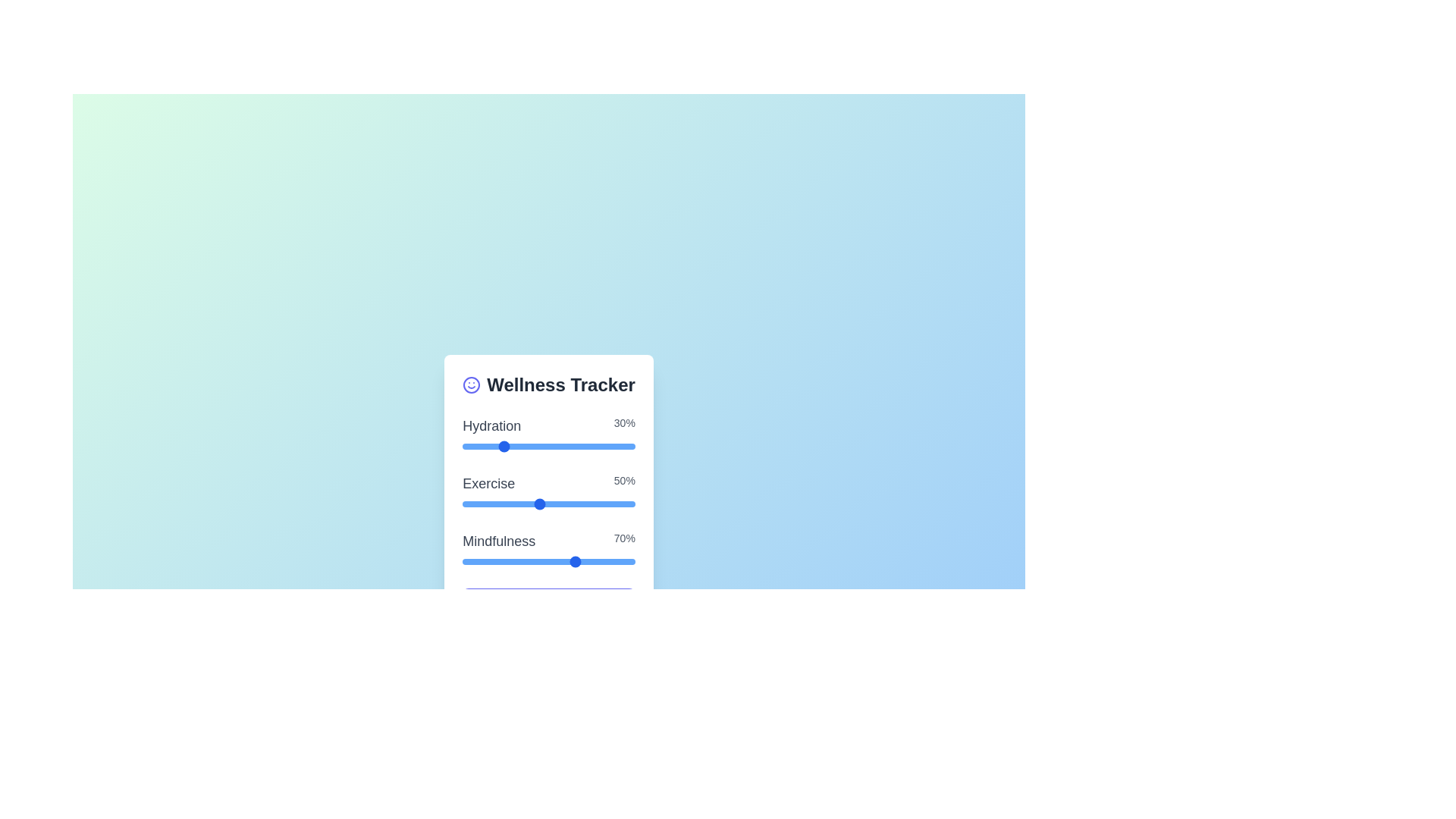 The height and width of the screenshot is (819, 1456). Describe the element at coordinates (557, 561) in the screenshot. I see `the 'Mindfulness' slider to set its value to 6` at that location.